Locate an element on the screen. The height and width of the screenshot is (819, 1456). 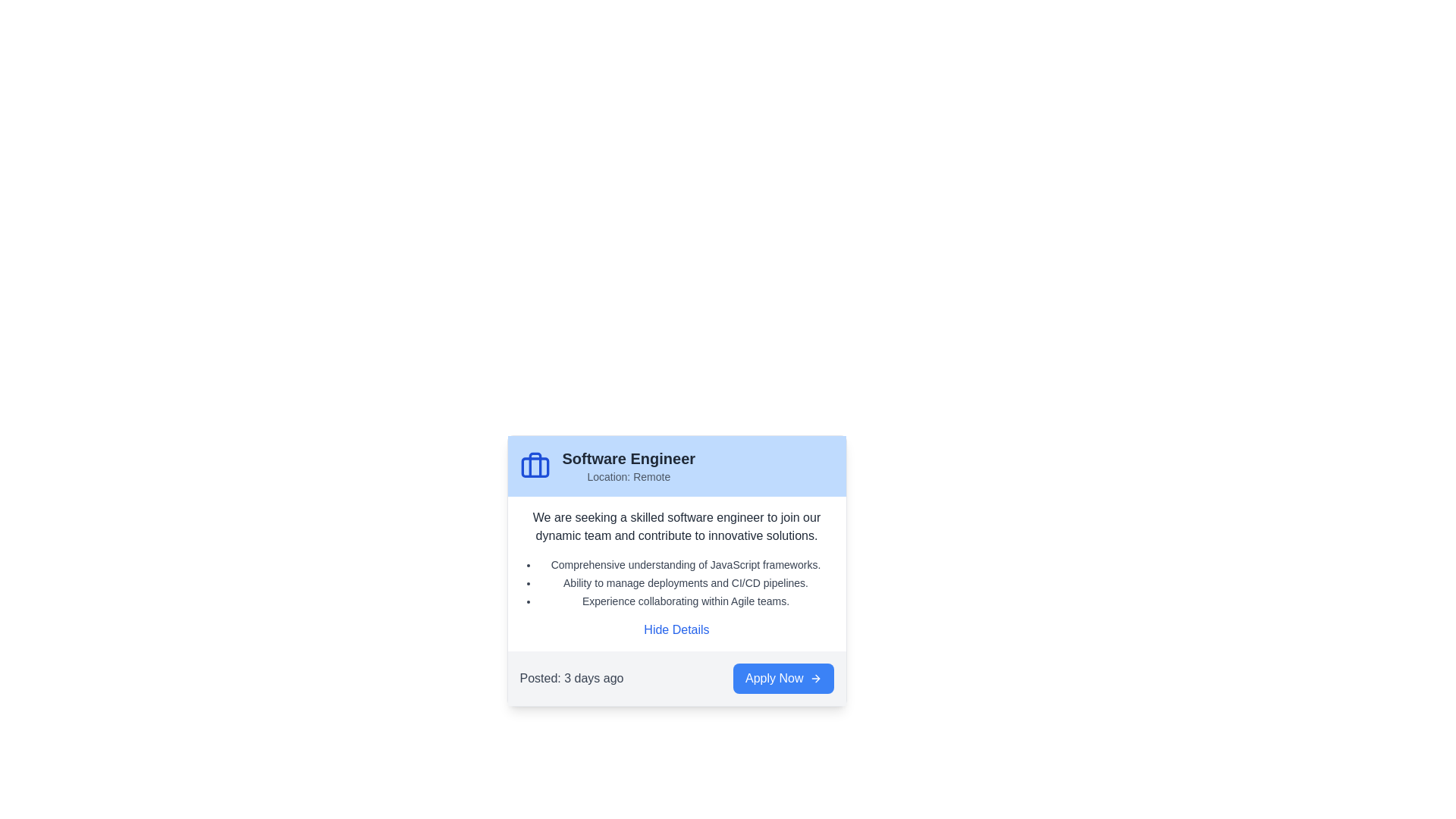
text content of the third item in the bulleted list that says 'Experience collaborating within Agile teams.' located in the main content area of a job posting card is located at coordinates (685, 601).